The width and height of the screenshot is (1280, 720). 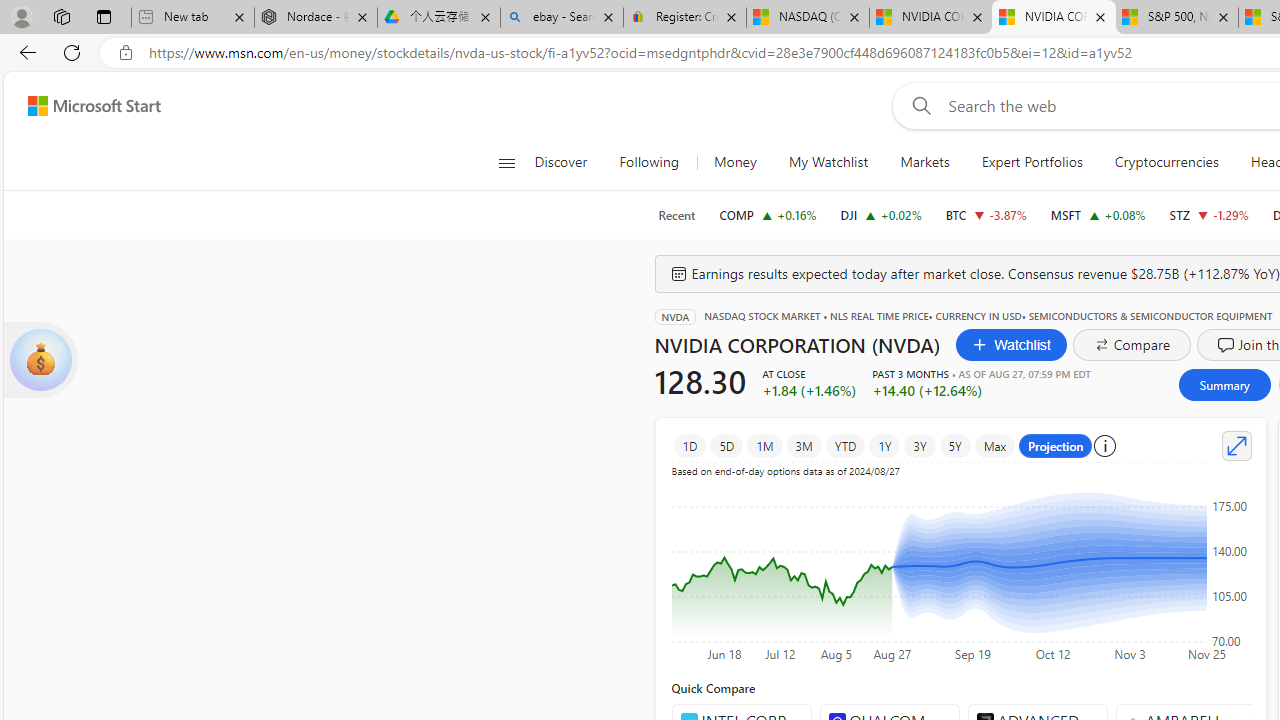 I want to click on 'Web search', so click(x=916, y=105).